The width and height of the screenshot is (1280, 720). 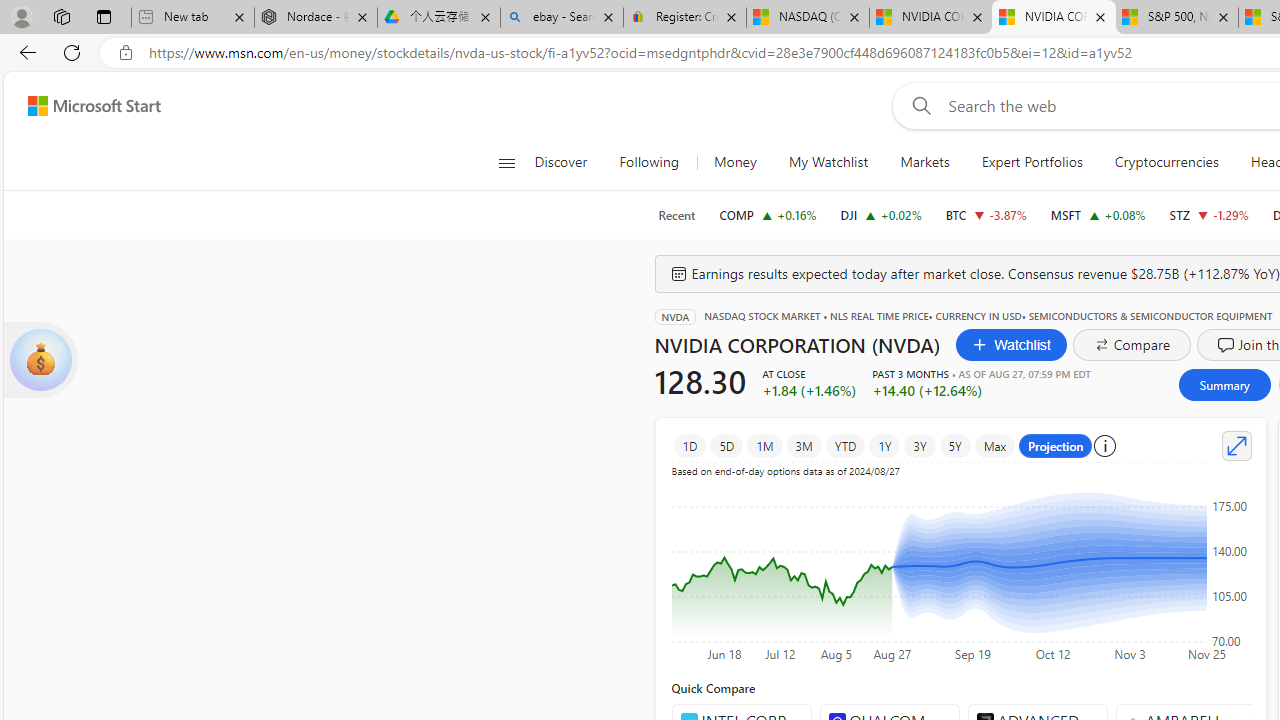 I want to click on 'Web search', so click(x=916, y=105).